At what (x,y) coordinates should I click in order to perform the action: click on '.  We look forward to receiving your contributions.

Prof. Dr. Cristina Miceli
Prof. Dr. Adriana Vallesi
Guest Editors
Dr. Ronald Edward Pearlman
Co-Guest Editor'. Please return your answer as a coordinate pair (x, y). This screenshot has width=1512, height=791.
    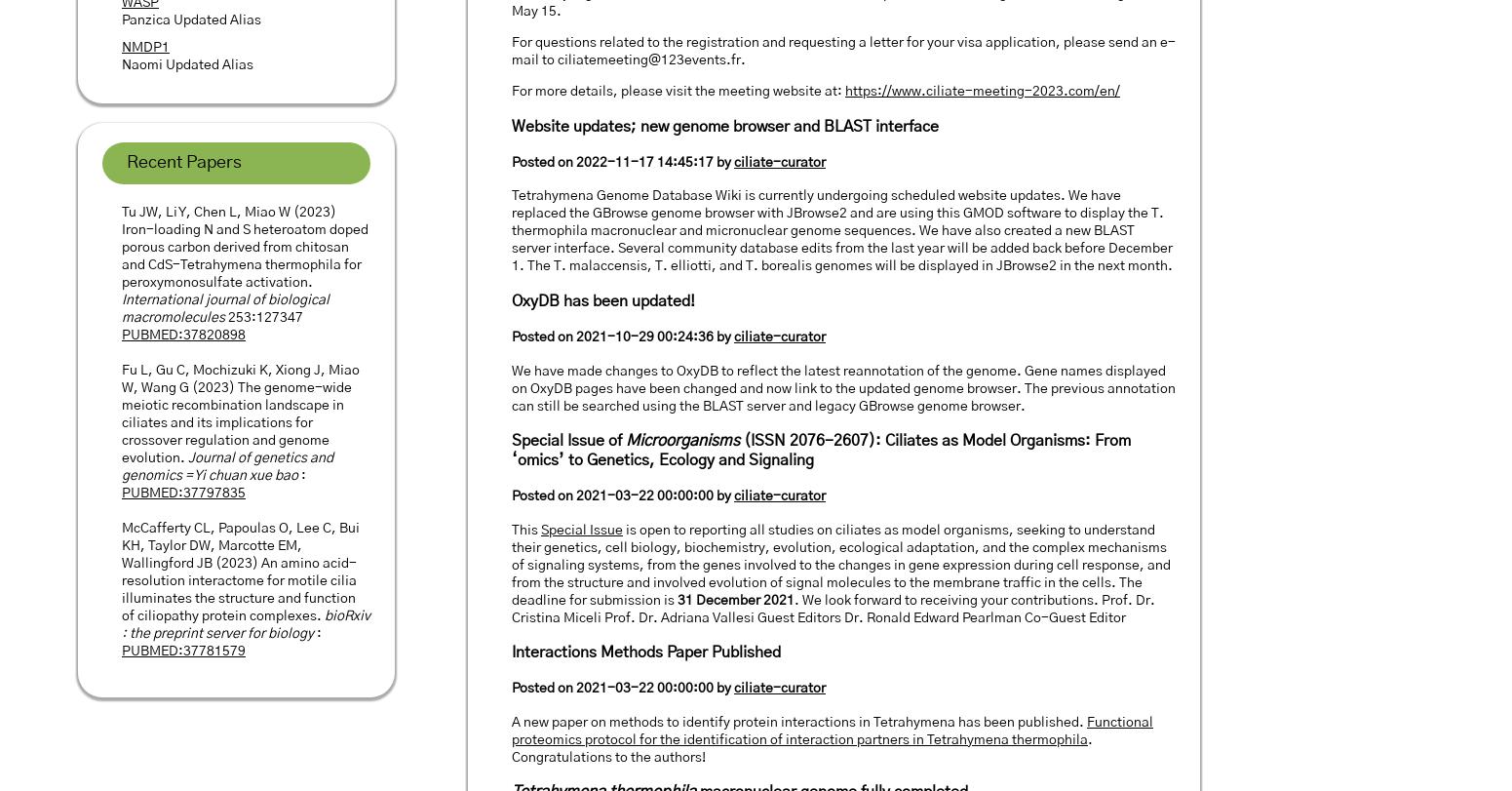
    Looking at the image, I should click on (833, 607).